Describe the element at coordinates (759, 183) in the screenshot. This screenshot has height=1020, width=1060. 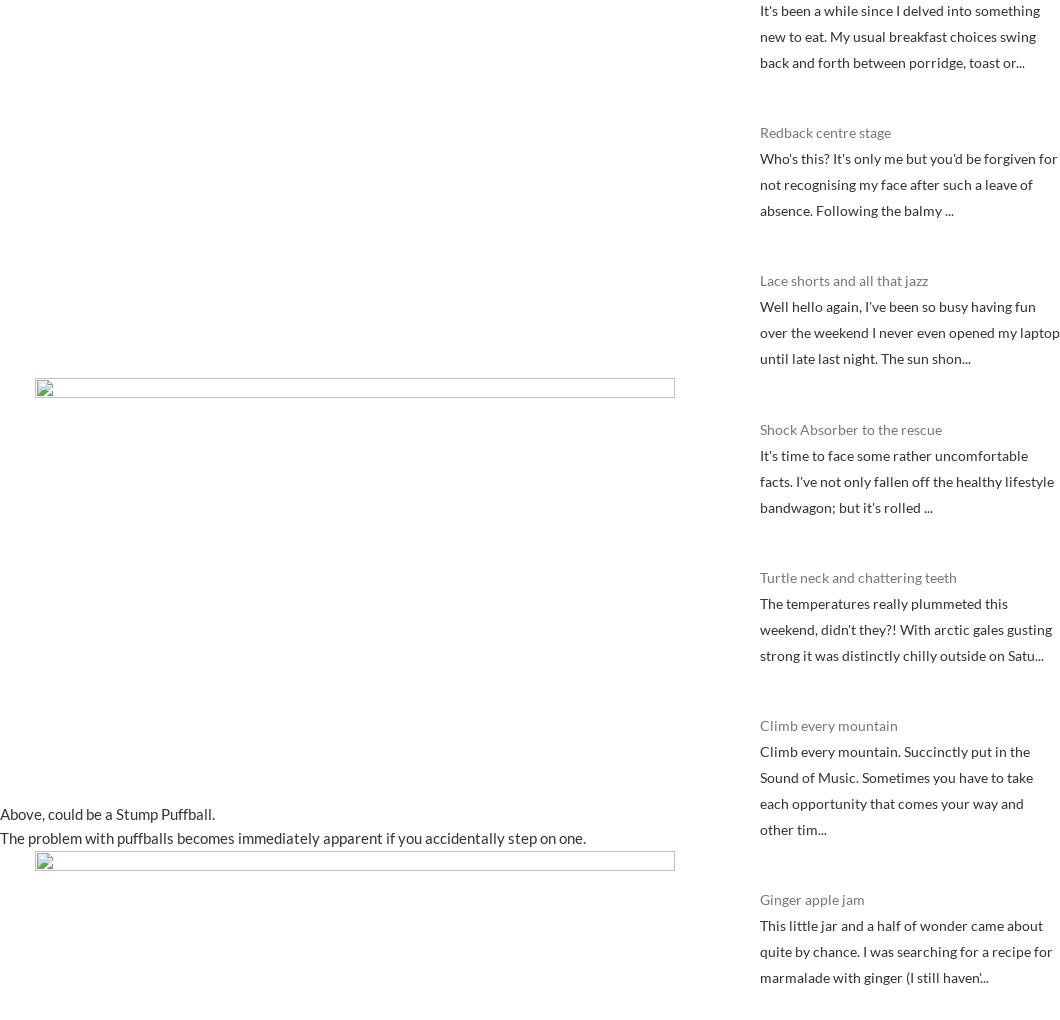
I see `'Who's this? It's only me but you'd be forgiven for not recognising my face after such a leave of absence. Following the balmy ...'` at that location.